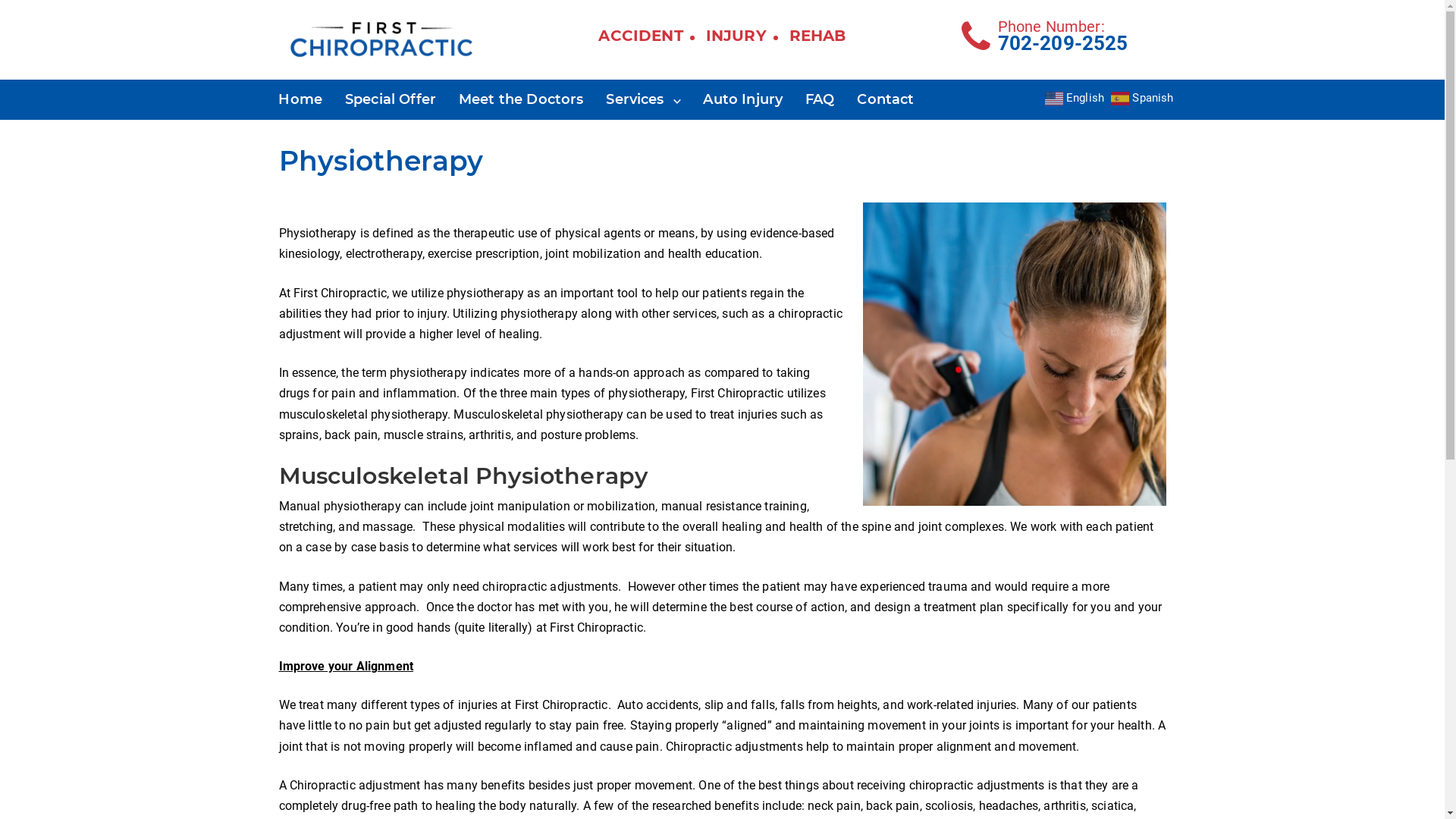 This screenshot has width=1456, height=819. What do you see at coordinates (743, 99) in the screenshot?
I see `'Auto Injury'` at bounding box center [743, 99].